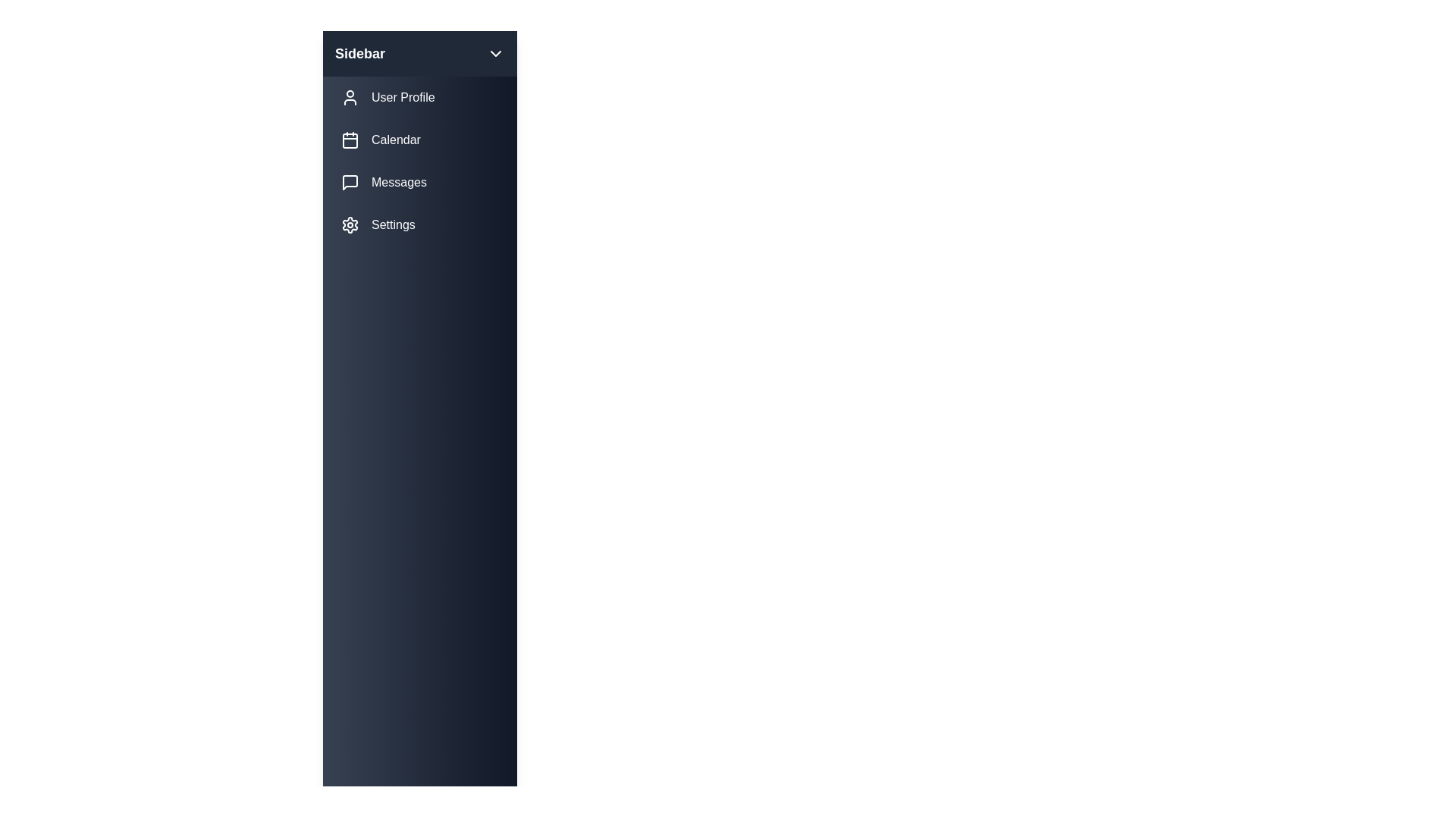 Image resolution: width=1456 pixels, height=819 pixels. Describe the element at coordinates (495, 52) in the screenshot. I see `the toggle button to change the sidebar's expansion state` at that location.